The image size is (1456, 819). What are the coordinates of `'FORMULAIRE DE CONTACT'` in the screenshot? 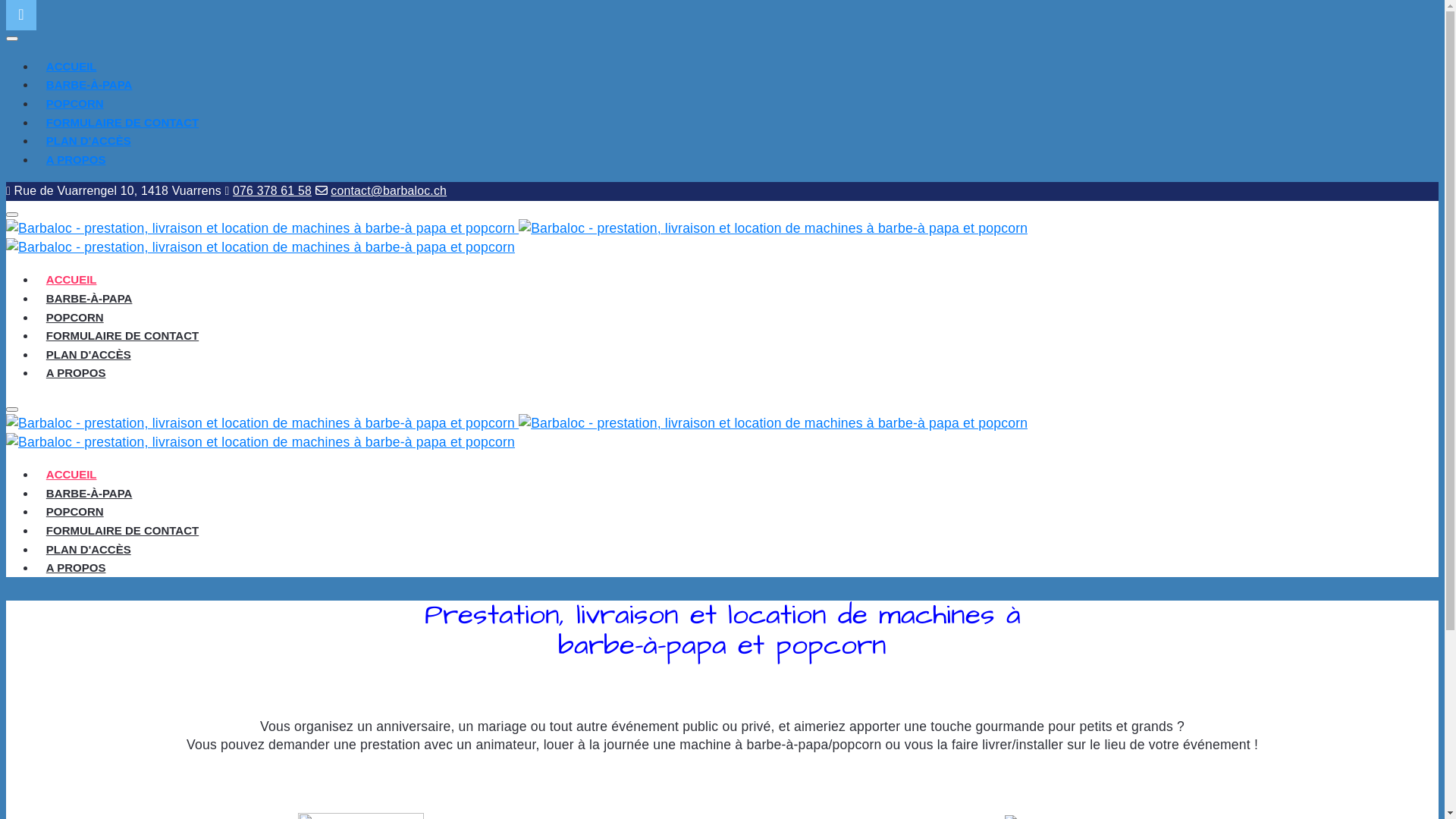 It's located at (122, 121).